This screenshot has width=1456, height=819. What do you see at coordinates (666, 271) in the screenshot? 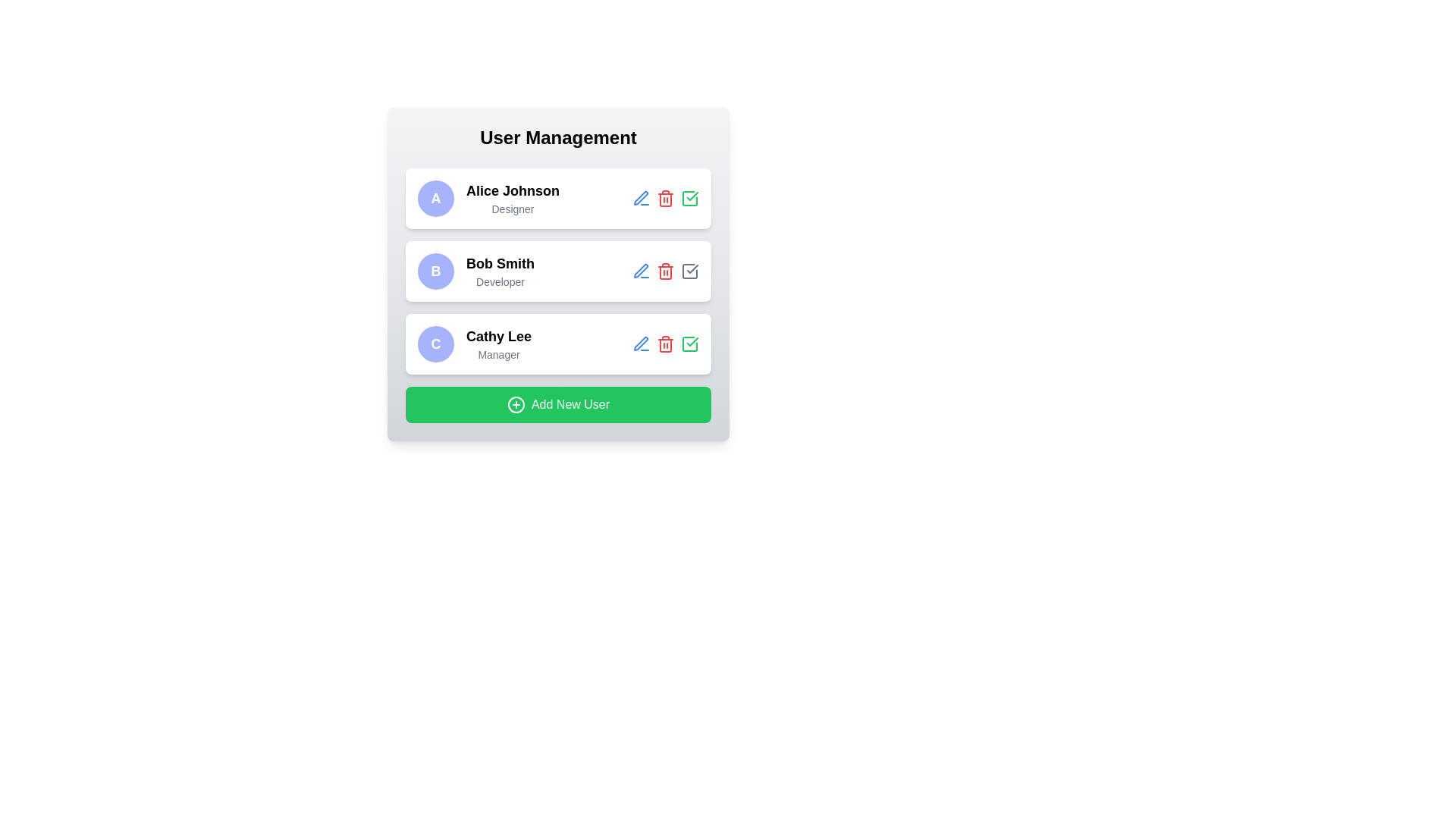
I see `the red trash can icon button, which signifies a delete action, located in the rightmost section of Bob Smith's user card` at bounding box center [666, 271].